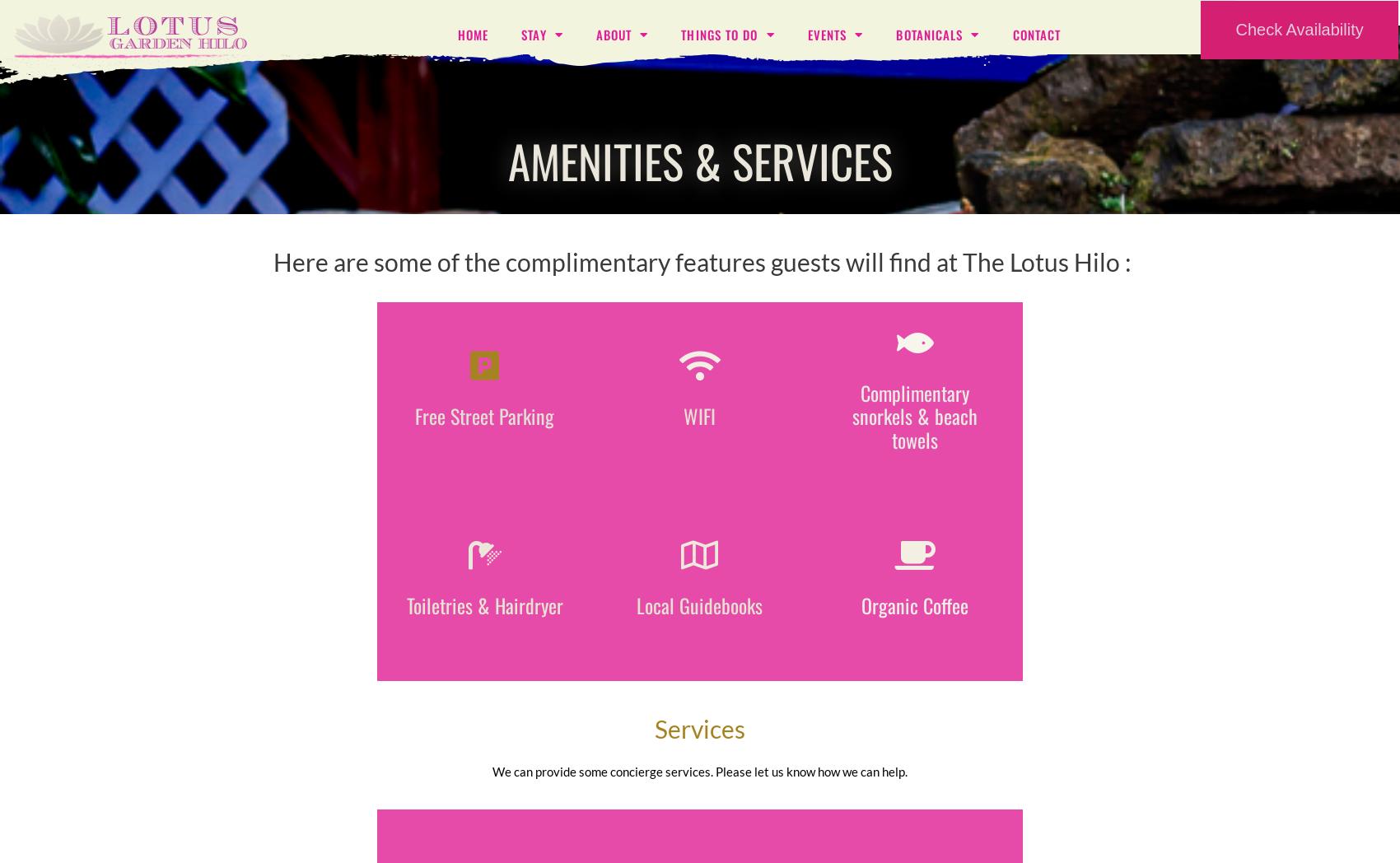 The image size is (1400, 863). I want to click on 'Amenities & Services', so click(698, 160).